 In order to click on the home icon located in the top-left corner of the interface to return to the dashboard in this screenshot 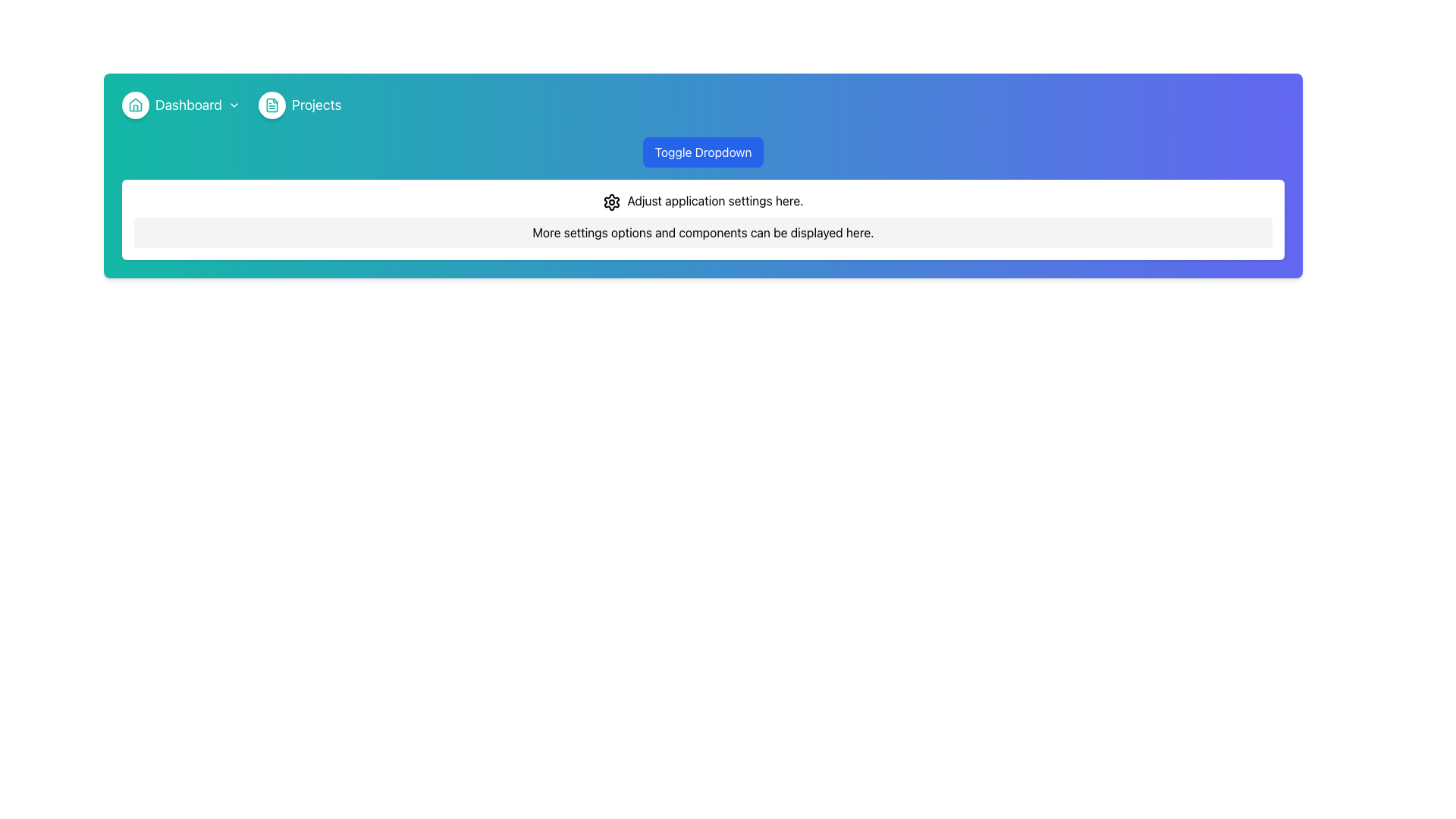, I will do `click(135, 104)`.